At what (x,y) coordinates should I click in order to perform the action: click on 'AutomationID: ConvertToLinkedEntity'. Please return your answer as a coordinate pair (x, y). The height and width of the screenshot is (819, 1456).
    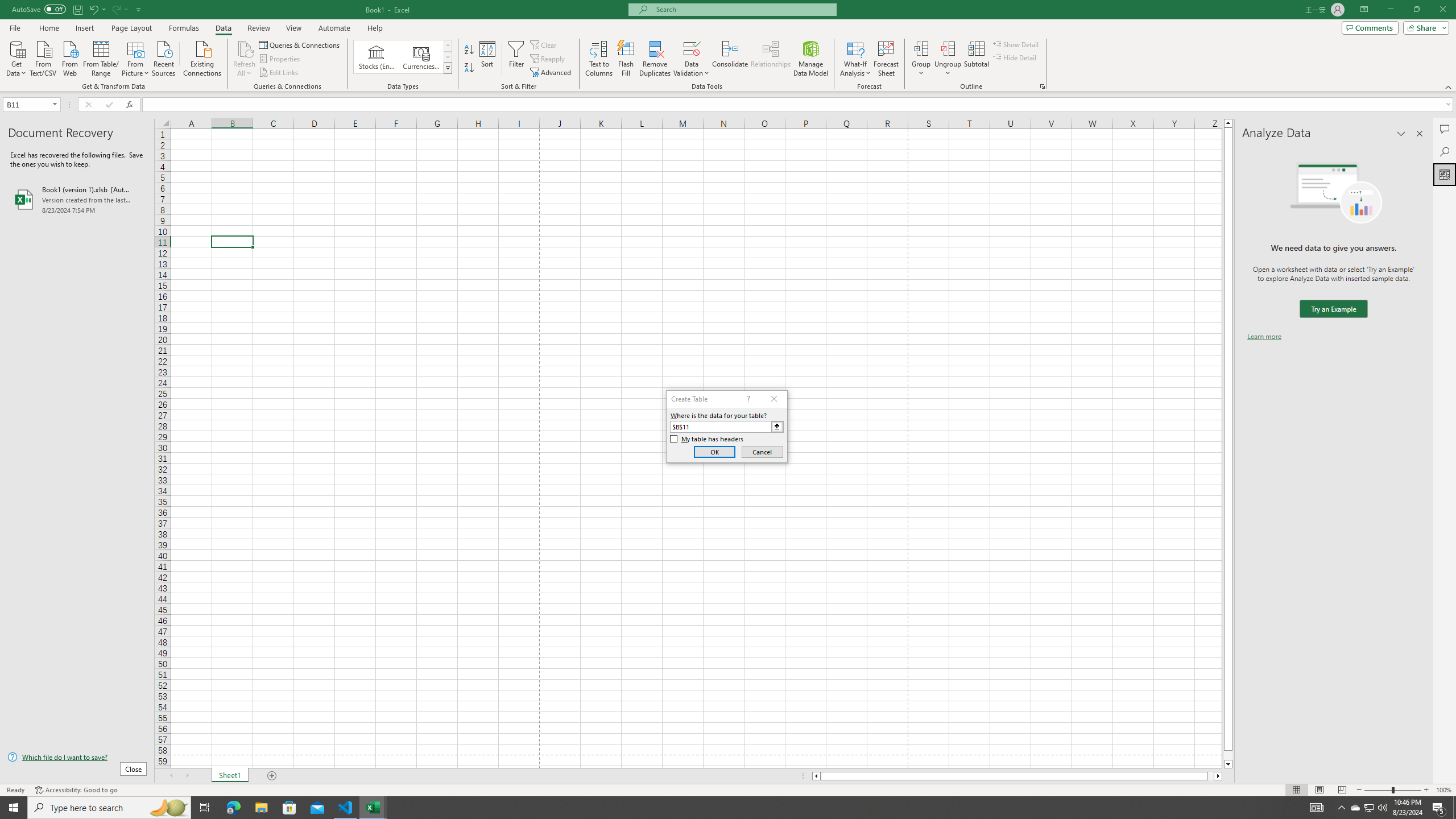
    Looking at the image, I should click on (403, 56).